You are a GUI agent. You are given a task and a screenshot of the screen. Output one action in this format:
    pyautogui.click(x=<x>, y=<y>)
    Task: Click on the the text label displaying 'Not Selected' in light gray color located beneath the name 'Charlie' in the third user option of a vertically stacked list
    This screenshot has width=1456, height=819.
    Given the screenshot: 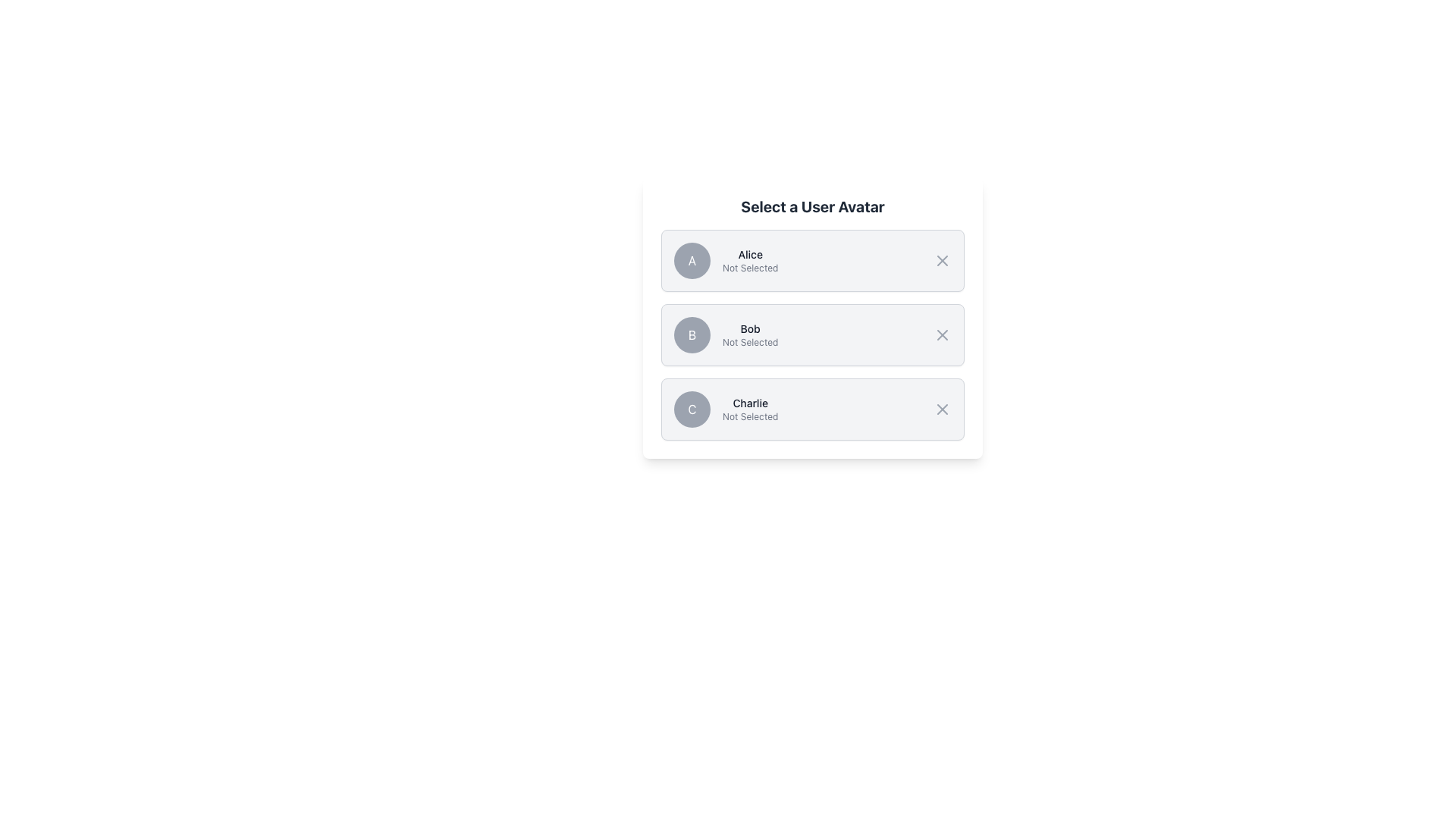 What is the action you would take?
    pyautogui.click(x=750, y=417)
    